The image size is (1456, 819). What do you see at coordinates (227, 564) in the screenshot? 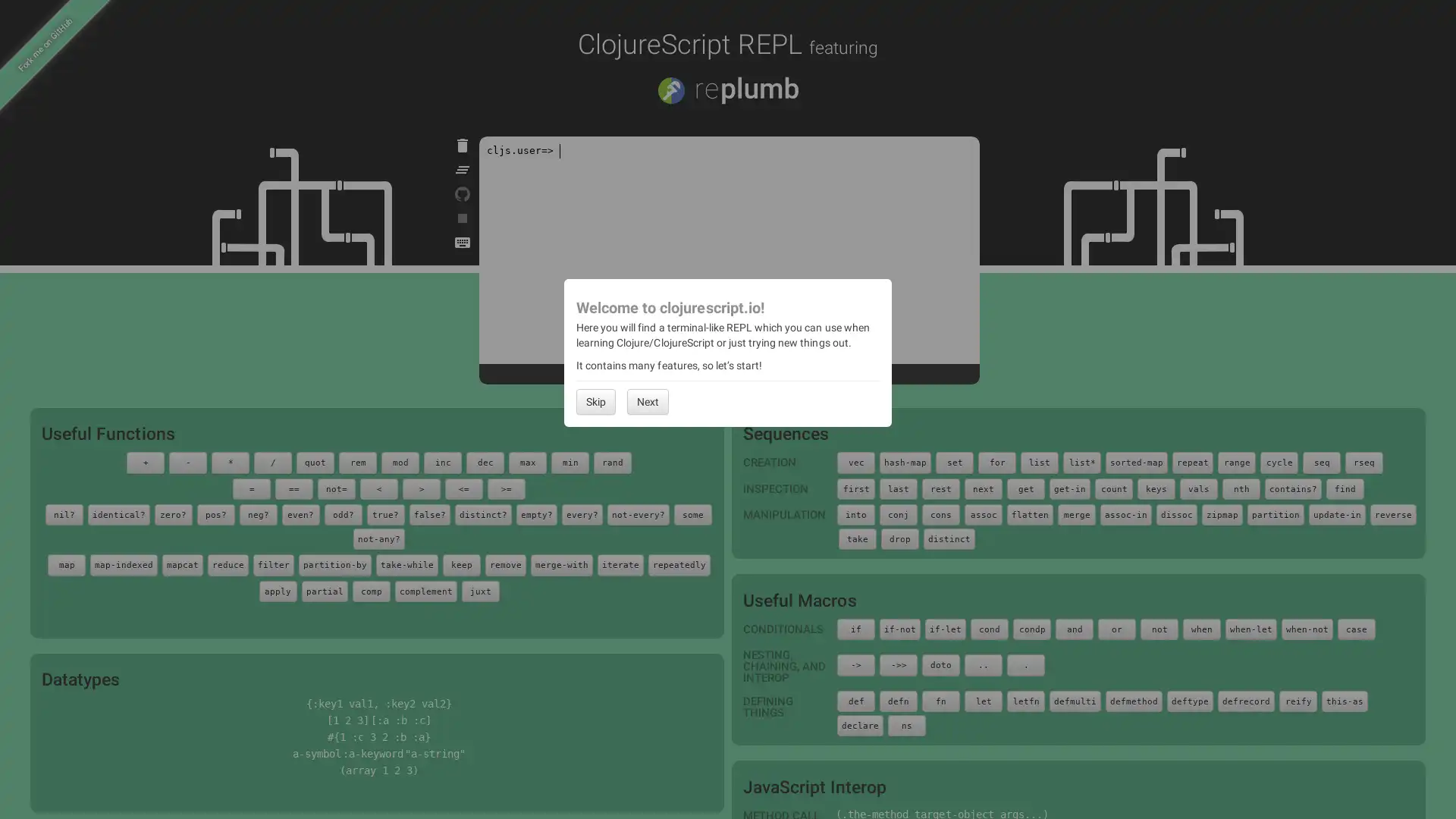
I see `reduce` at bounding box center [227, 564].